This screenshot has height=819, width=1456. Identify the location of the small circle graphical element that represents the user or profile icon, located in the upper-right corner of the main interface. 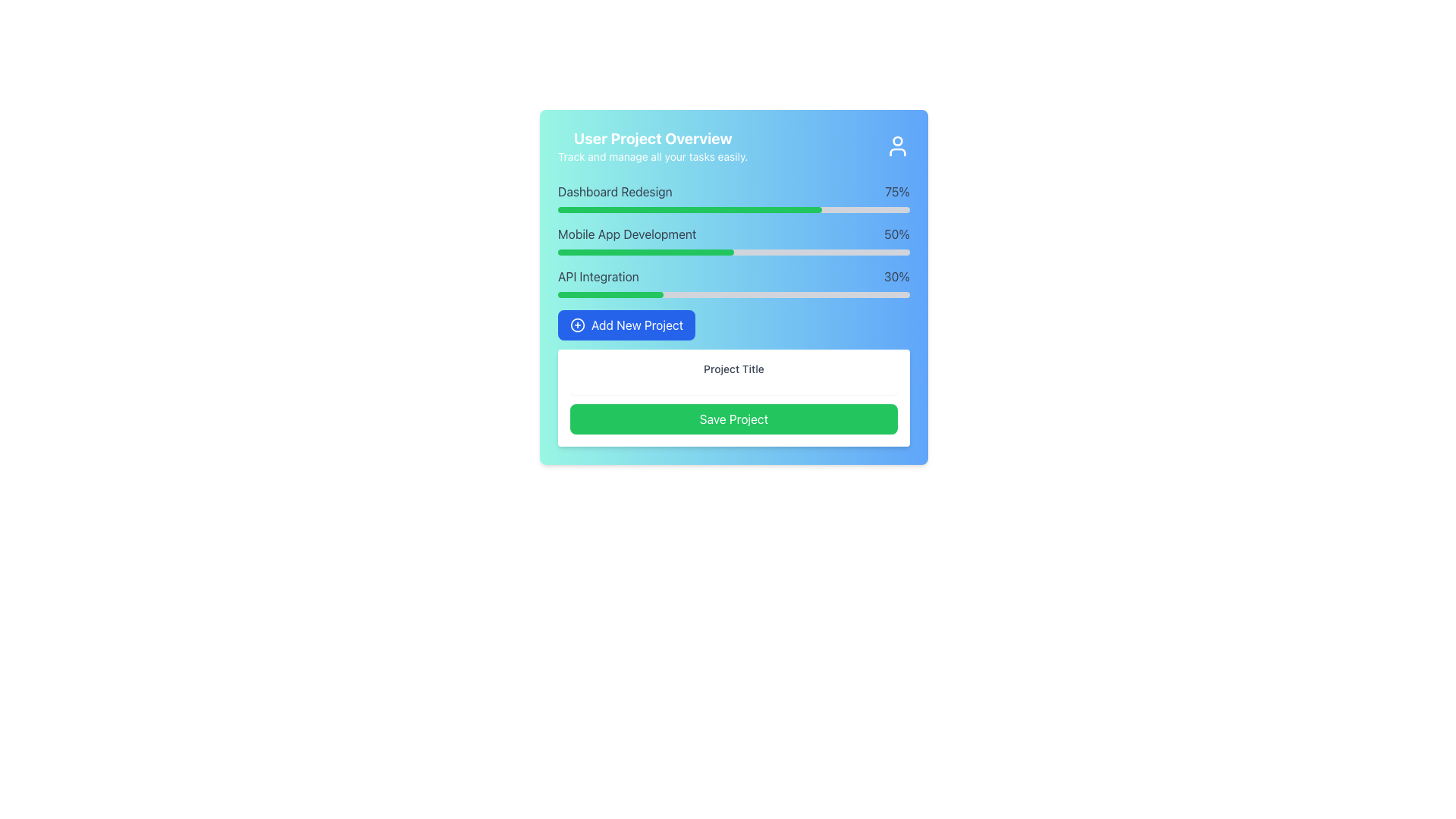
(898, 140).